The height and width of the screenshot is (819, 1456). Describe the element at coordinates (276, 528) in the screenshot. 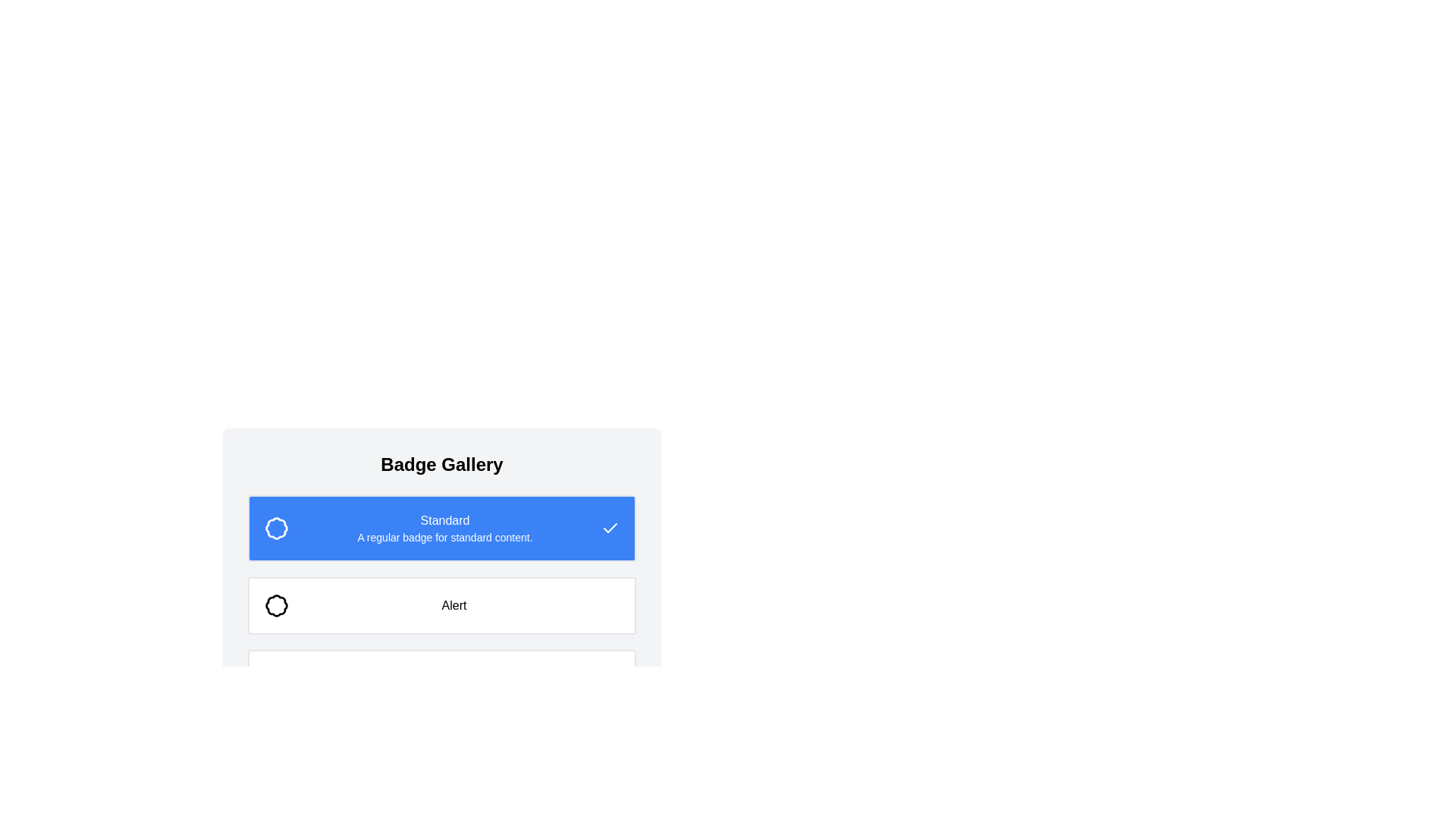

I see `the 'Standard' badge icon located within the blue-colored bar at the top of the list, which is directly above the 'Alert' bar` at that location.